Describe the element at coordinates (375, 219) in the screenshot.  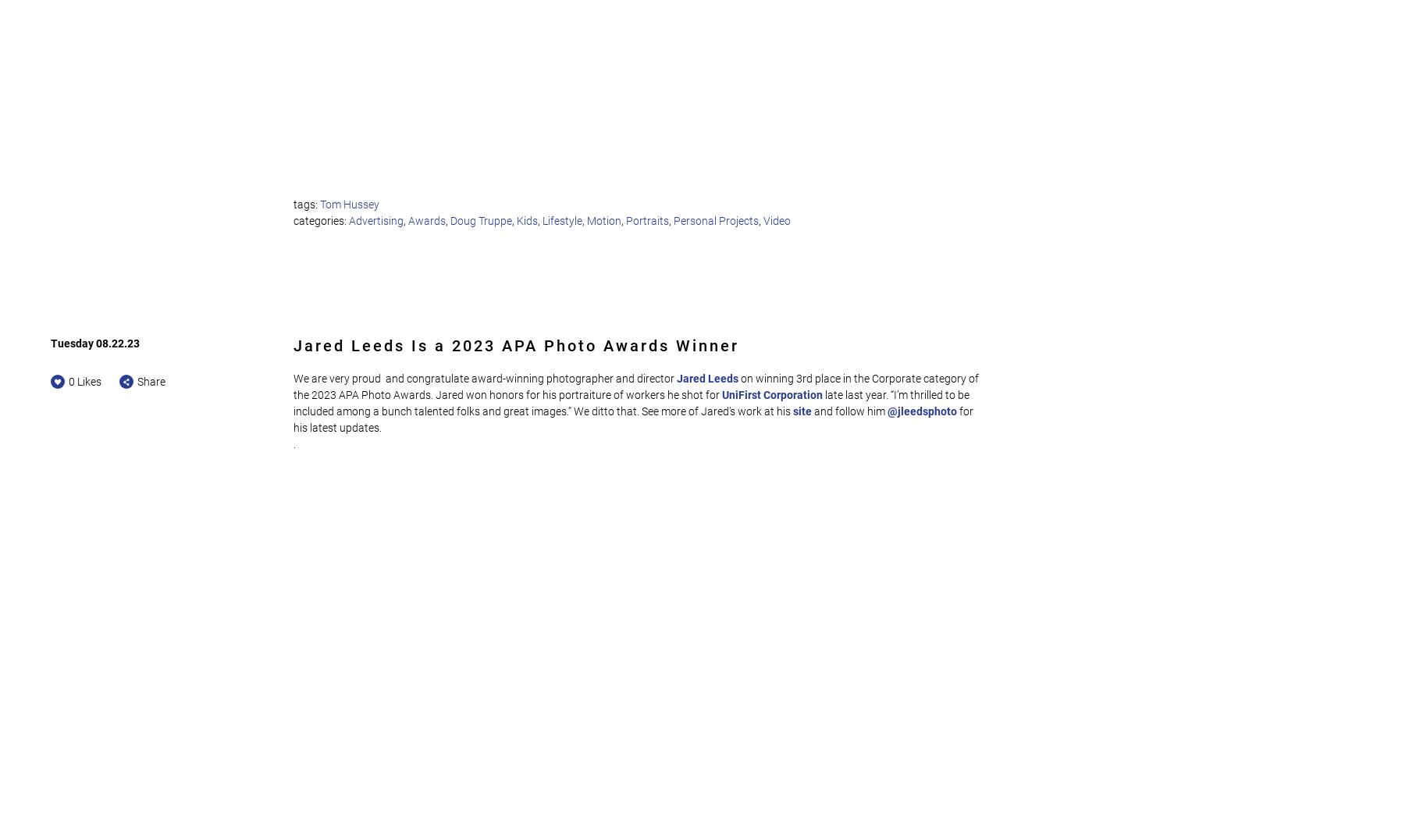
I see `'Advertising'` at that location.